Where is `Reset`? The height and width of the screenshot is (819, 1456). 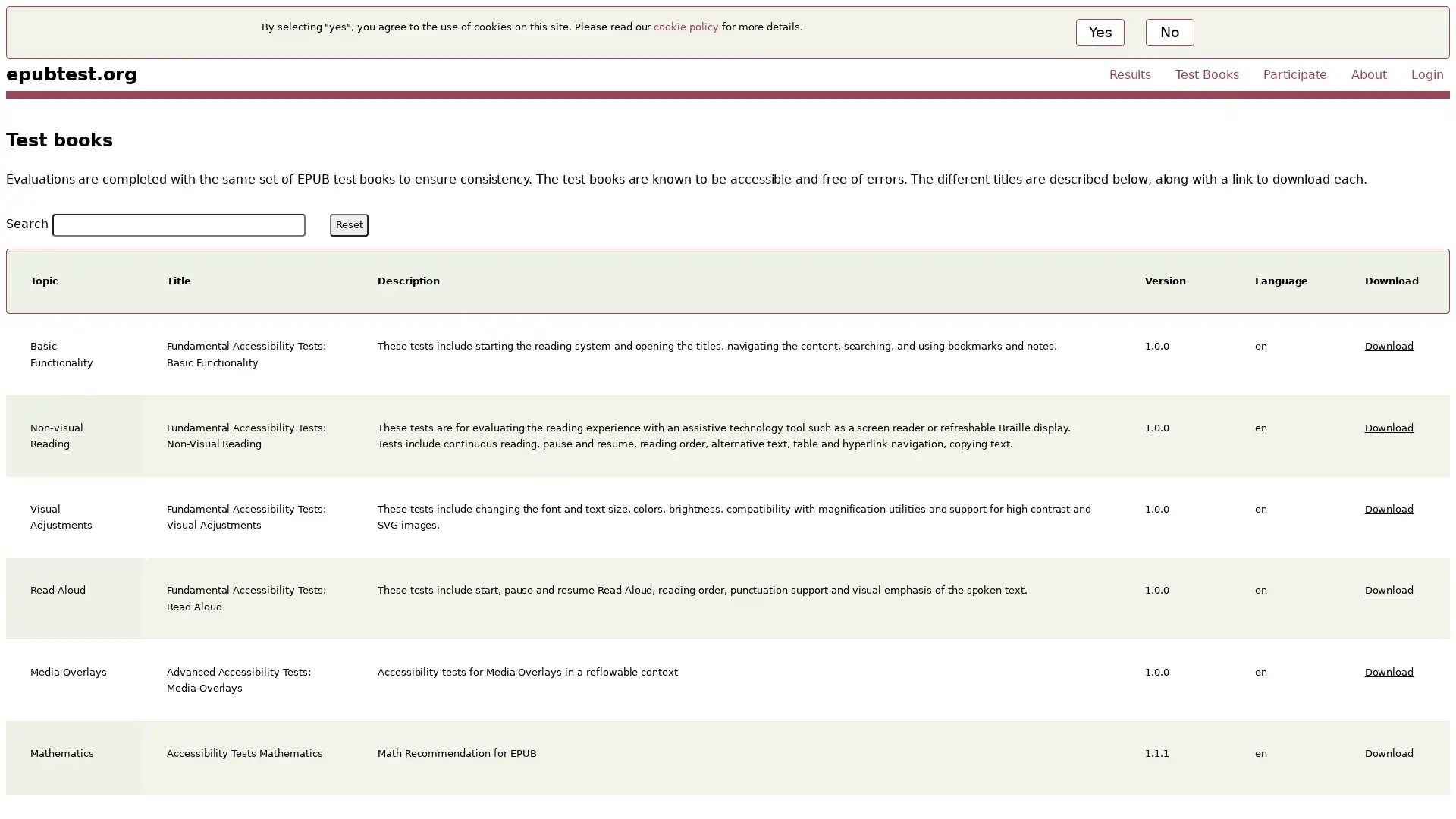 Reset is located at coordinates (348, 224).